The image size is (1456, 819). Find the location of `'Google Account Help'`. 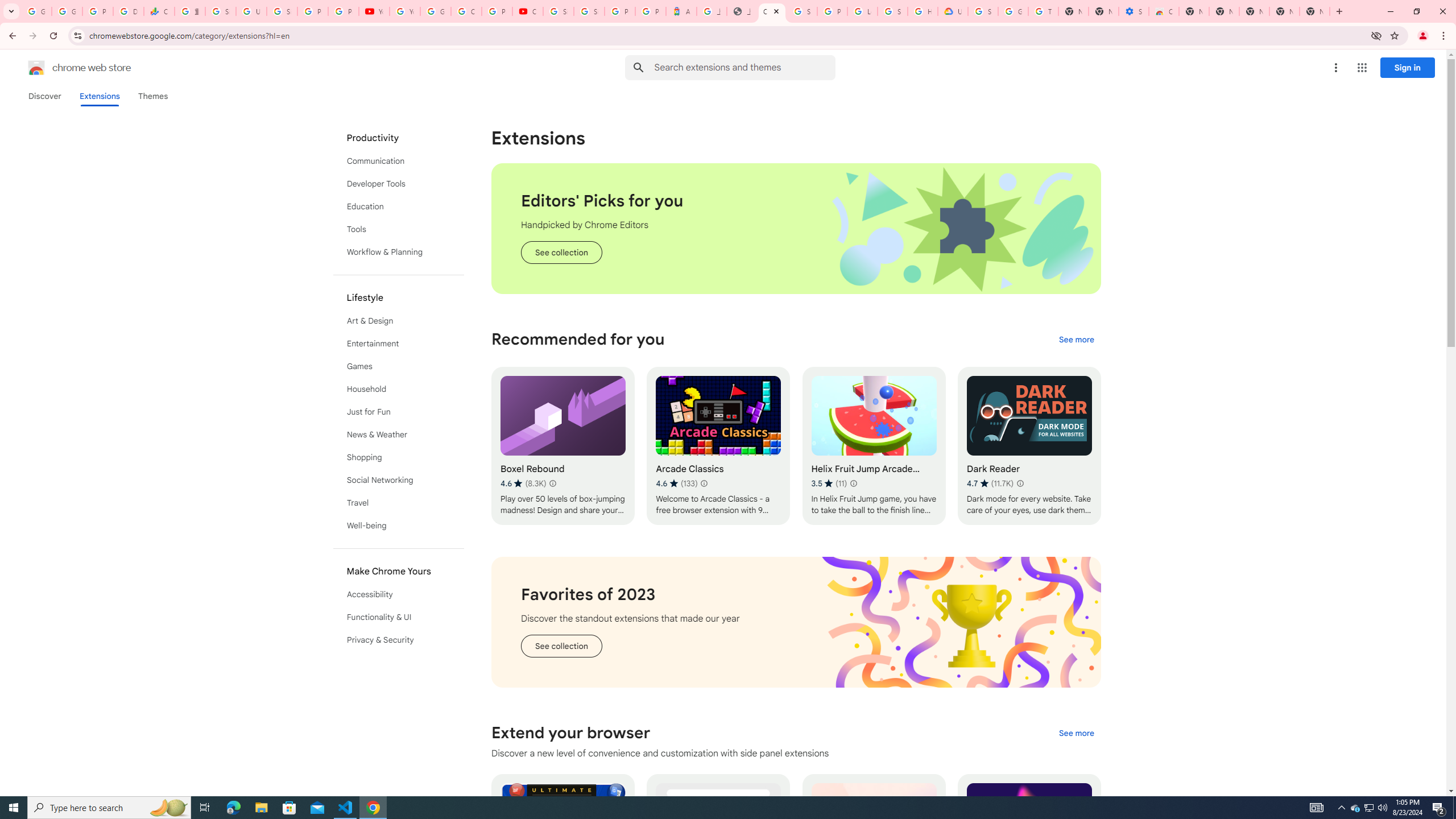

'Google Account Help' is located at coordinates (1013, 11).